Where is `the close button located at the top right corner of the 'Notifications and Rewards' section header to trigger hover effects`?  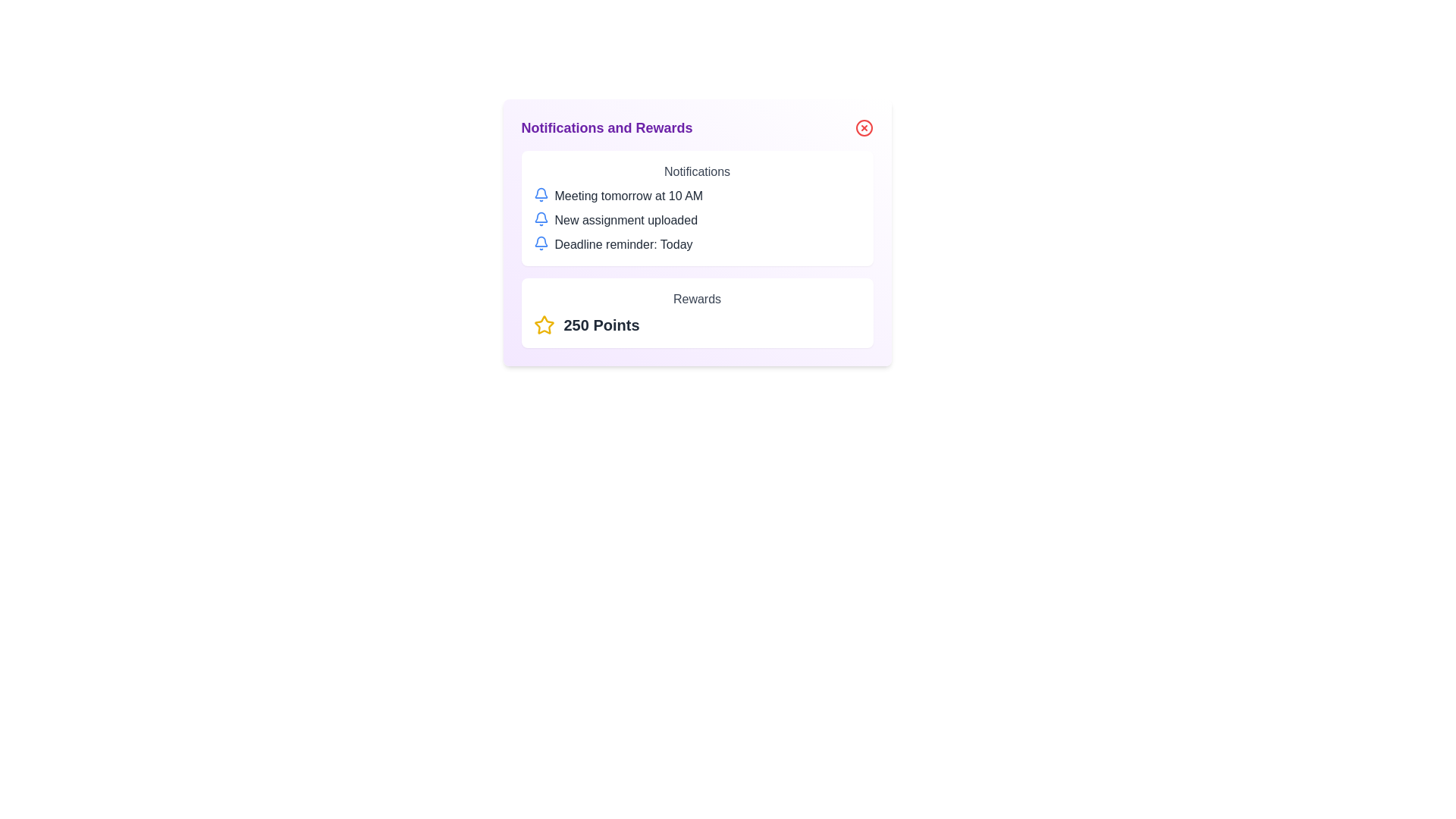 the close button located at the top right corner of the 'Notifications and Rewards' section header to trigger hover effects is located at coordinates (864, 127).